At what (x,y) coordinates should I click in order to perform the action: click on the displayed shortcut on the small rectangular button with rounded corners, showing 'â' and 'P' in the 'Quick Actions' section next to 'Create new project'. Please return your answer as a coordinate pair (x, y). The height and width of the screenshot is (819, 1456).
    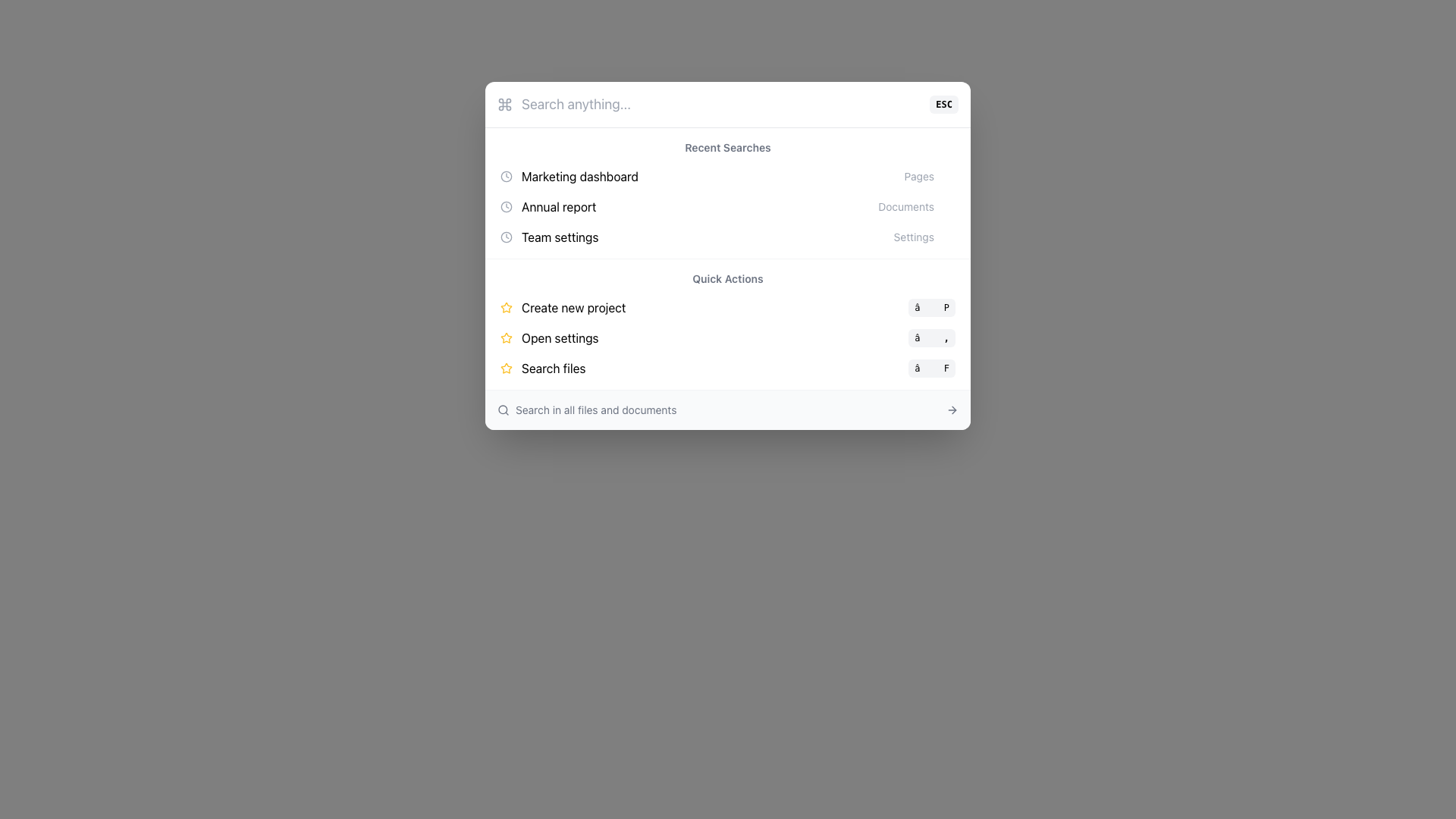
    Looking at the image, I should click on (931, 307).